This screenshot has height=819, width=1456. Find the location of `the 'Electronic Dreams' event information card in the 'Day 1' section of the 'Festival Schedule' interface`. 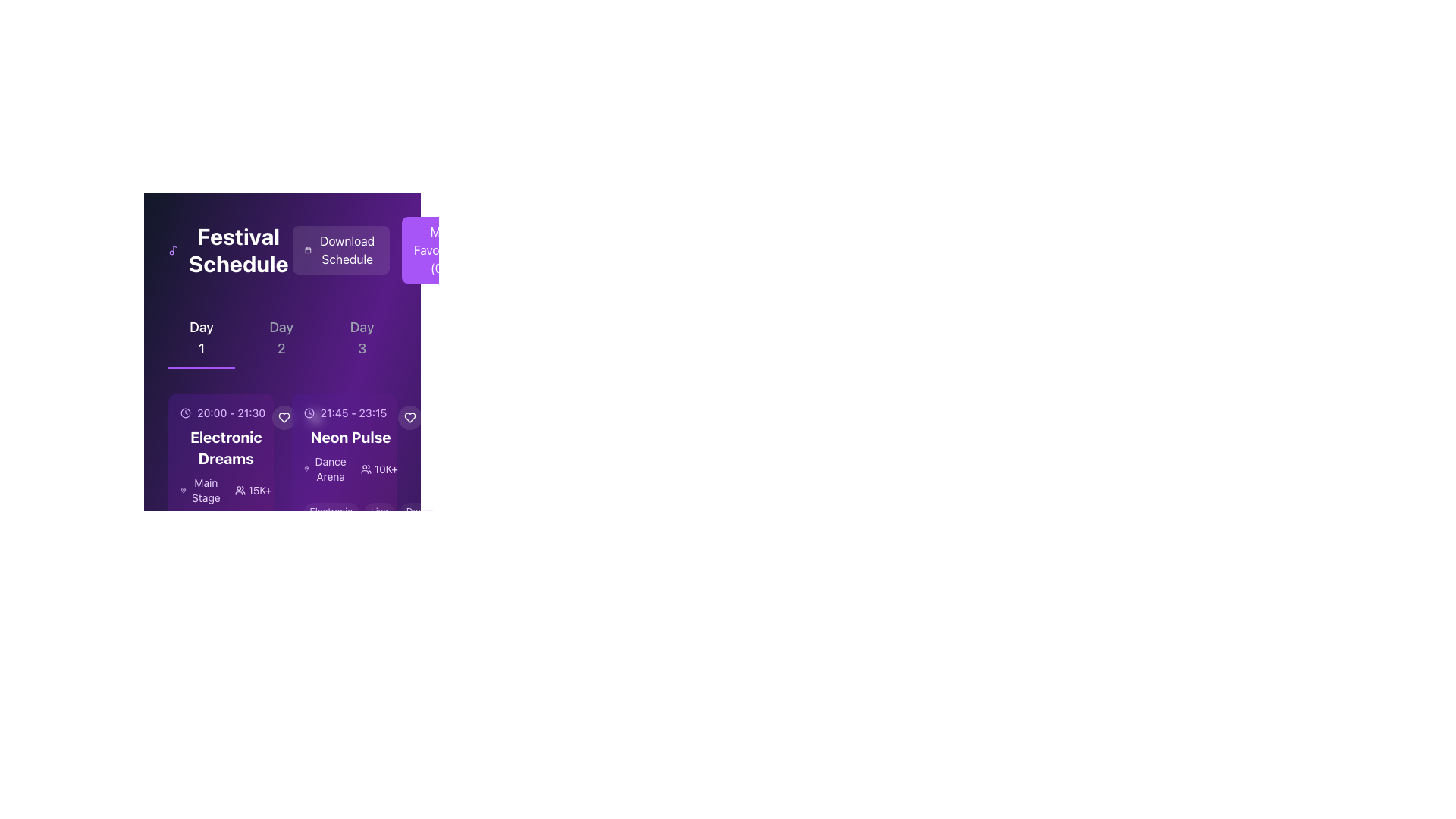

the 'Electronic Dreams' event information card in the 'Day 1' section of the 'Festival Schedule' interface is located at coordinates (225, 455).